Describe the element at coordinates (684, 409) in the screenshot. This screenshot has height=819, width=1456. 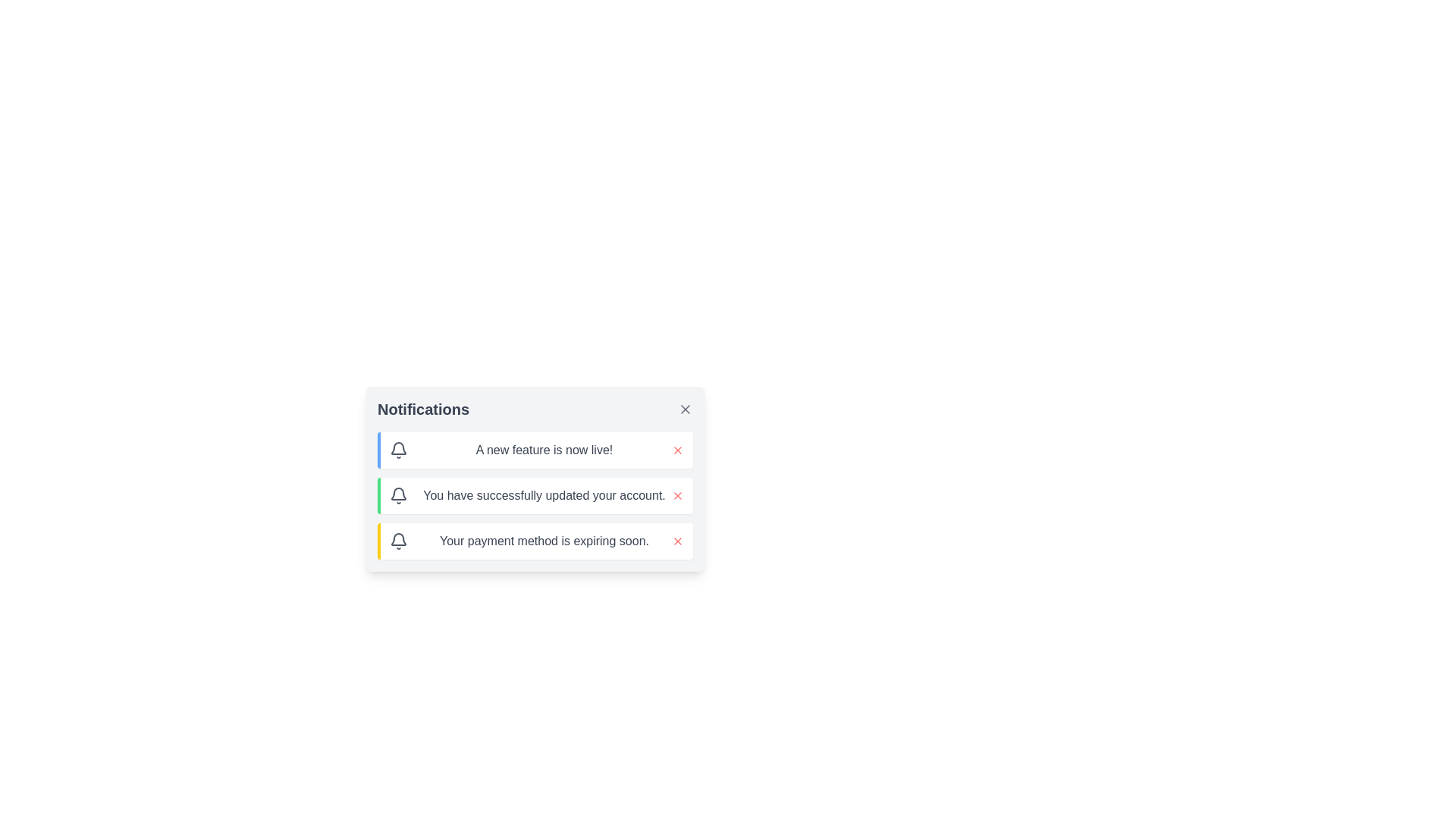
I see `the close button located at the top right corner of the Notifications section header` at that location.